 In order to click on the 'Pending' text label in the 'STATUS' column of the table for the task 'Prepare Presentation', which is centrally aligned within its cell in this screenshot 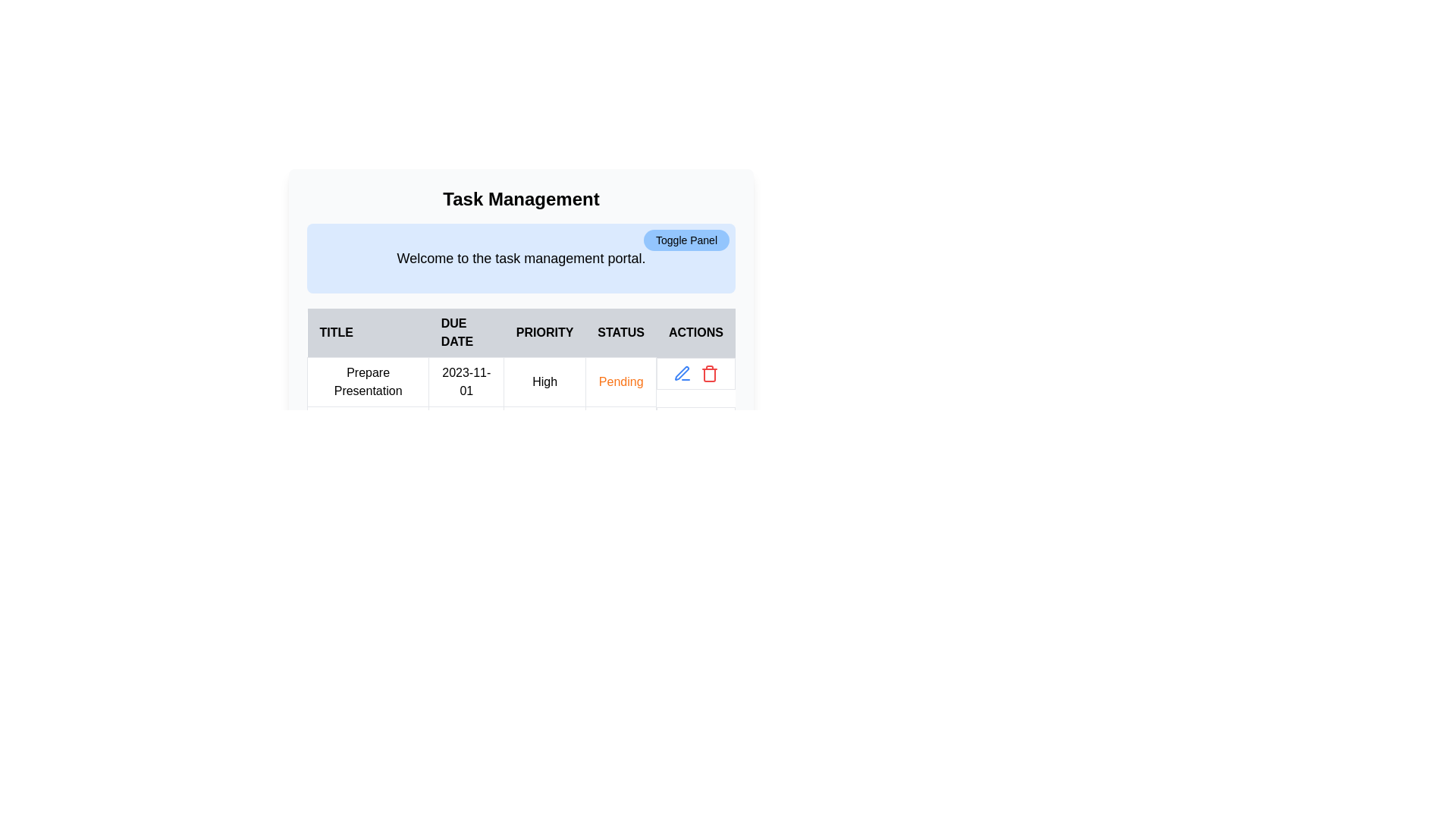, I will do `click(621, 381)`.